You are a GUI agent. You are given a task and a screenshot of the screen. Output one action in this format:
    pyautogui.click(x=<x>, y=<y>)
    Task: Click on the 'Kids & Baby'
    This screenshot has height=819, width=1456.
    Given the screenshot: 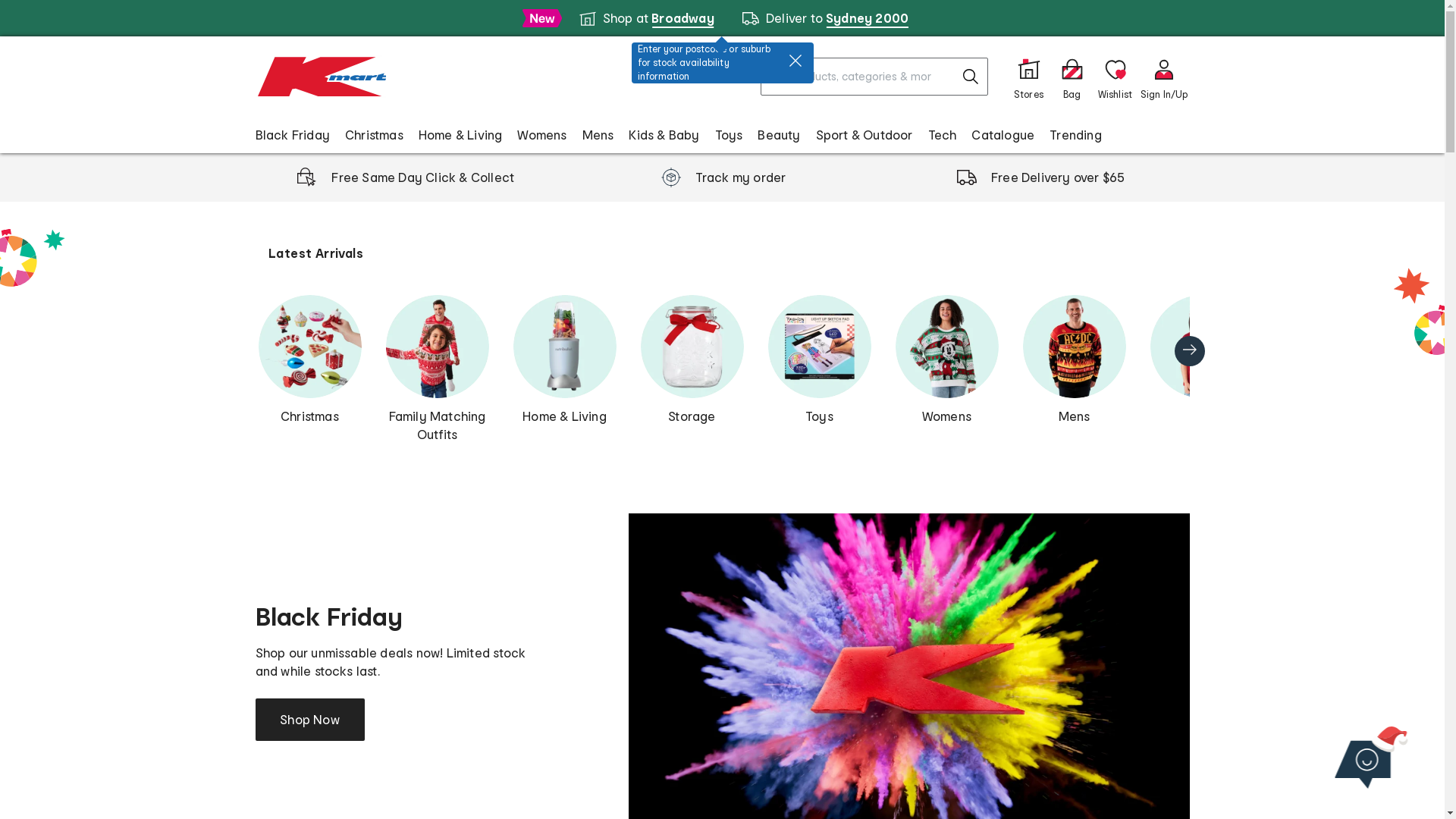 What is the action you would take?
    pyautogui.click(x=629, y=133)
    